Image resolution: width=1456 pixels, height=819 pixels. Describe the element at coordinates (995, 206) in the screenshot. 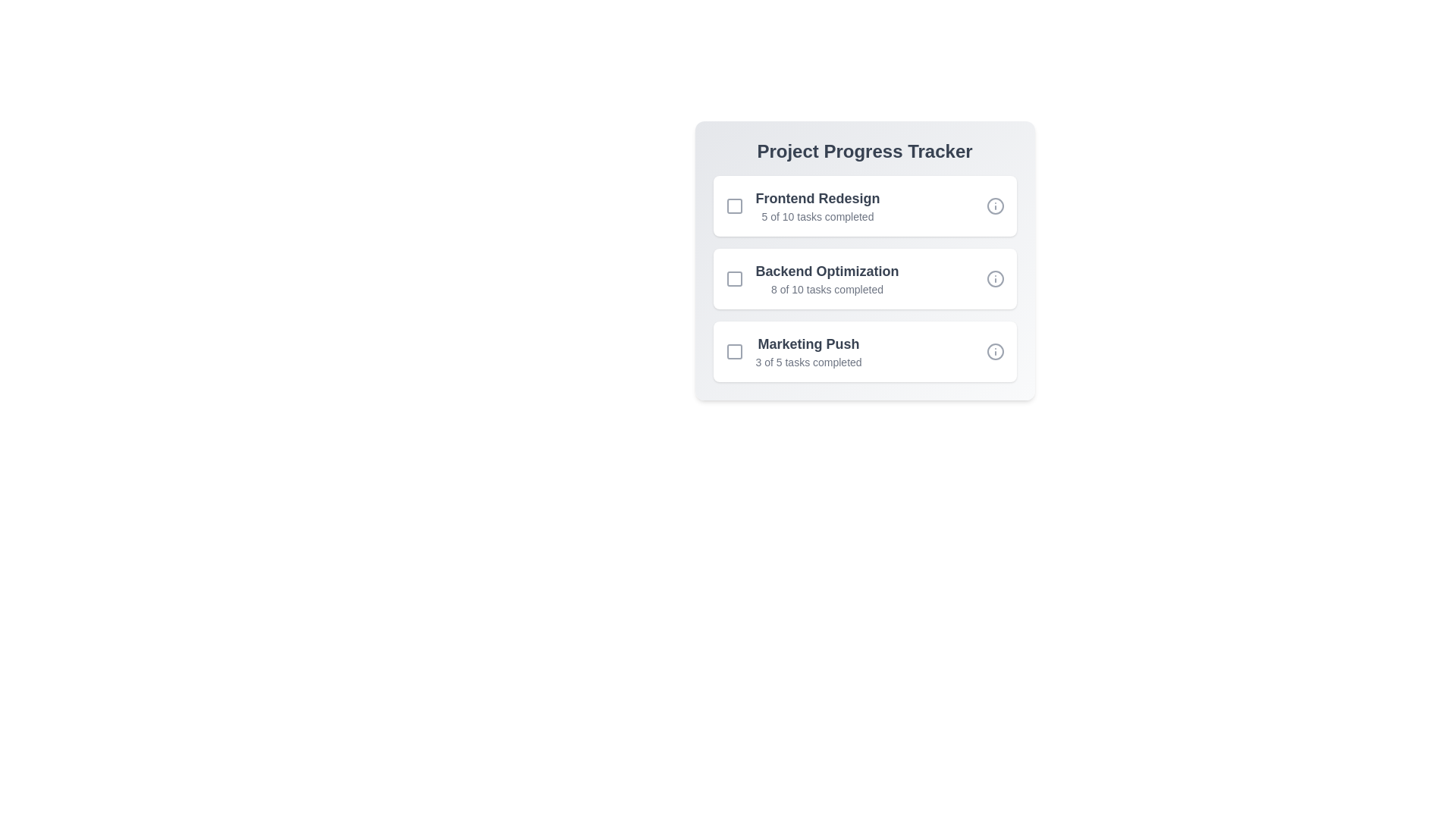

I see `the info icon for the project 'Frontend Redesign'` at that location.